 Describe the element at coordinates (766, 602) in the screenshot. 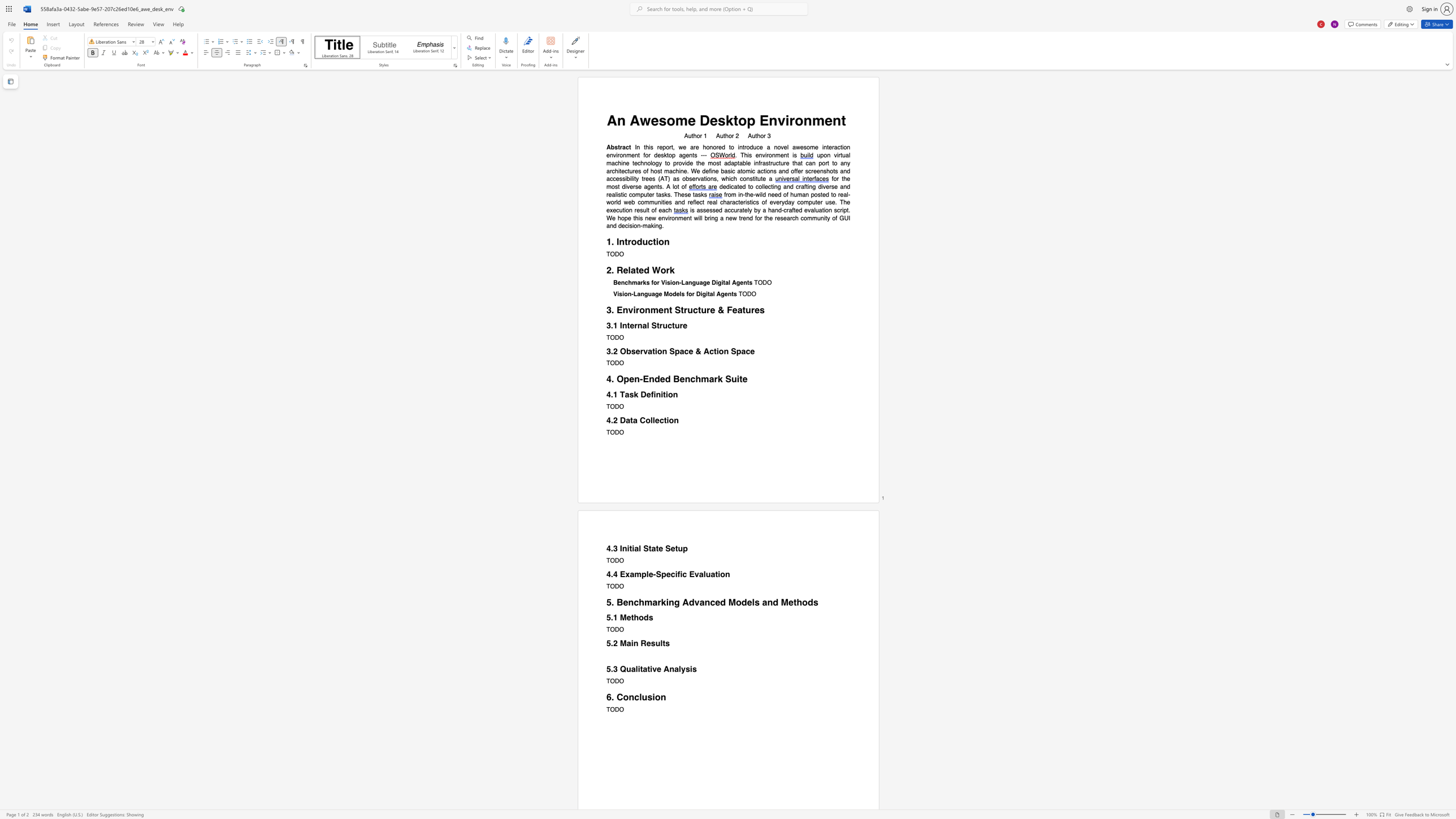

I see `the subset text "nd Me" within the text "5. Benchmarking Advanced Models and Methods"` at that location.